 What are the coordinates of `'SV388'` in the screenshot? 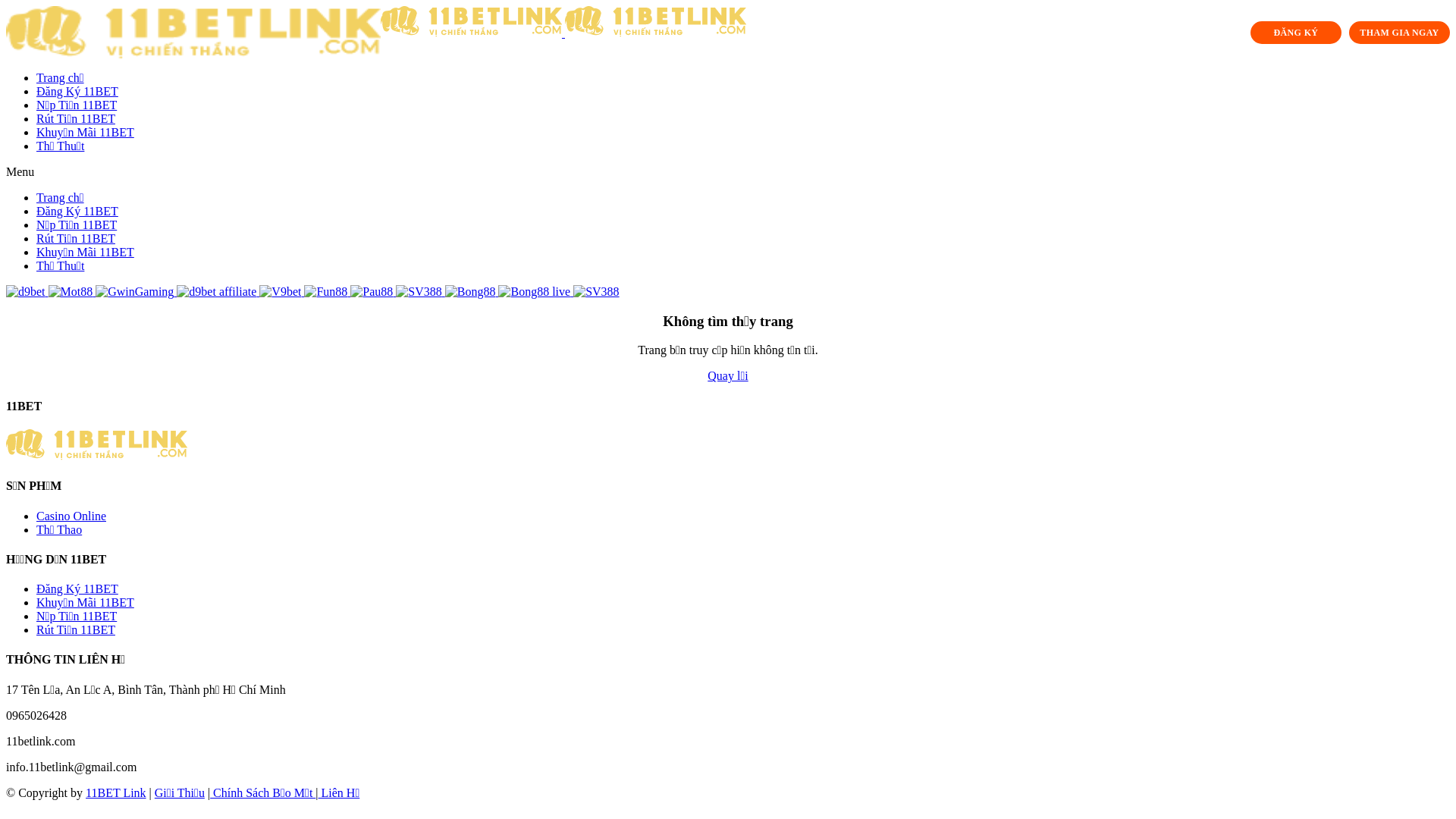 It's located at (396, 291).